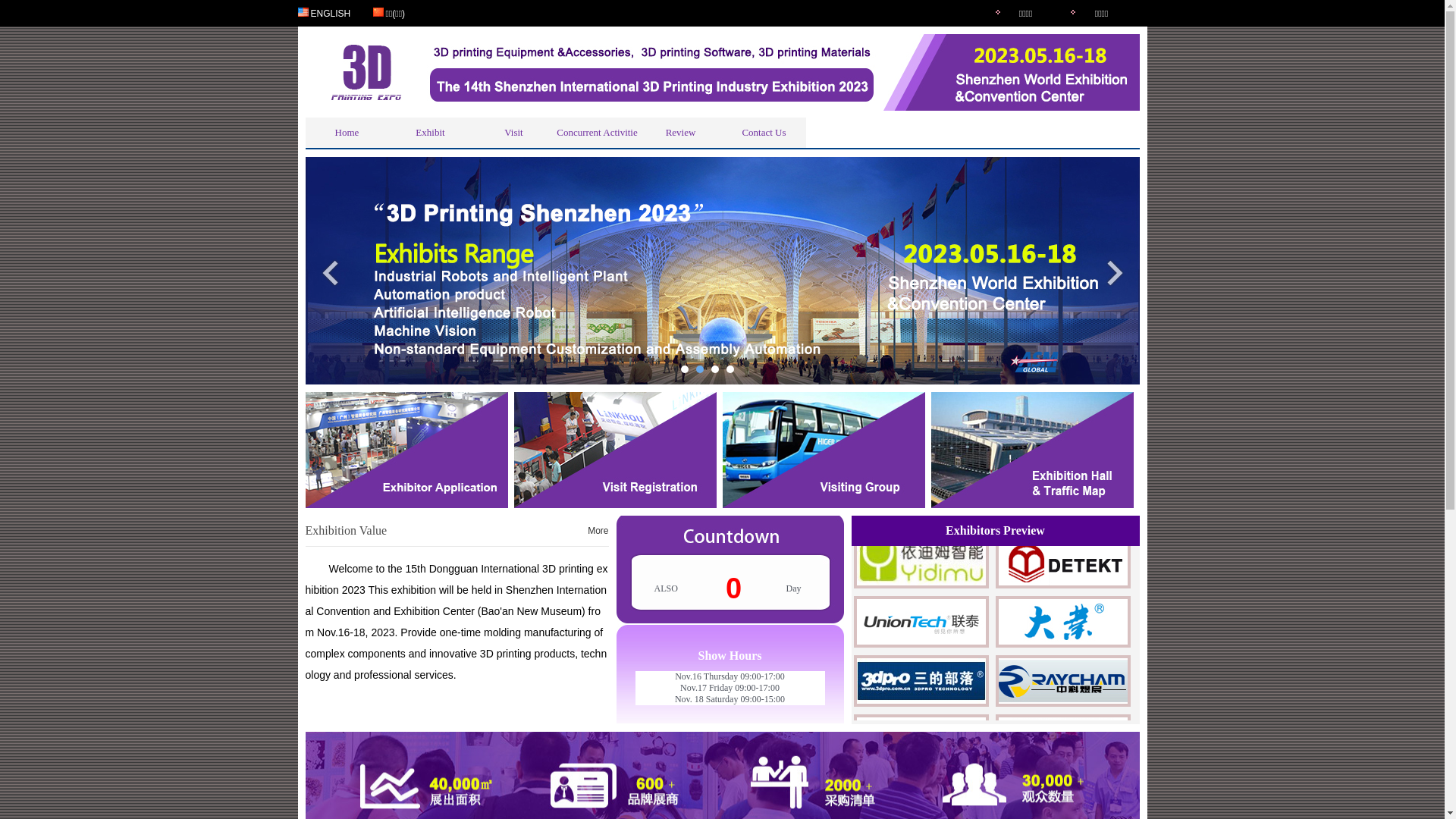 The width and height of the screenshot is (1456, 819). What do you see at coordinates (330, 12) in the screenshot?
I see `'ENGLISH'` at bounding box center [330, 12].